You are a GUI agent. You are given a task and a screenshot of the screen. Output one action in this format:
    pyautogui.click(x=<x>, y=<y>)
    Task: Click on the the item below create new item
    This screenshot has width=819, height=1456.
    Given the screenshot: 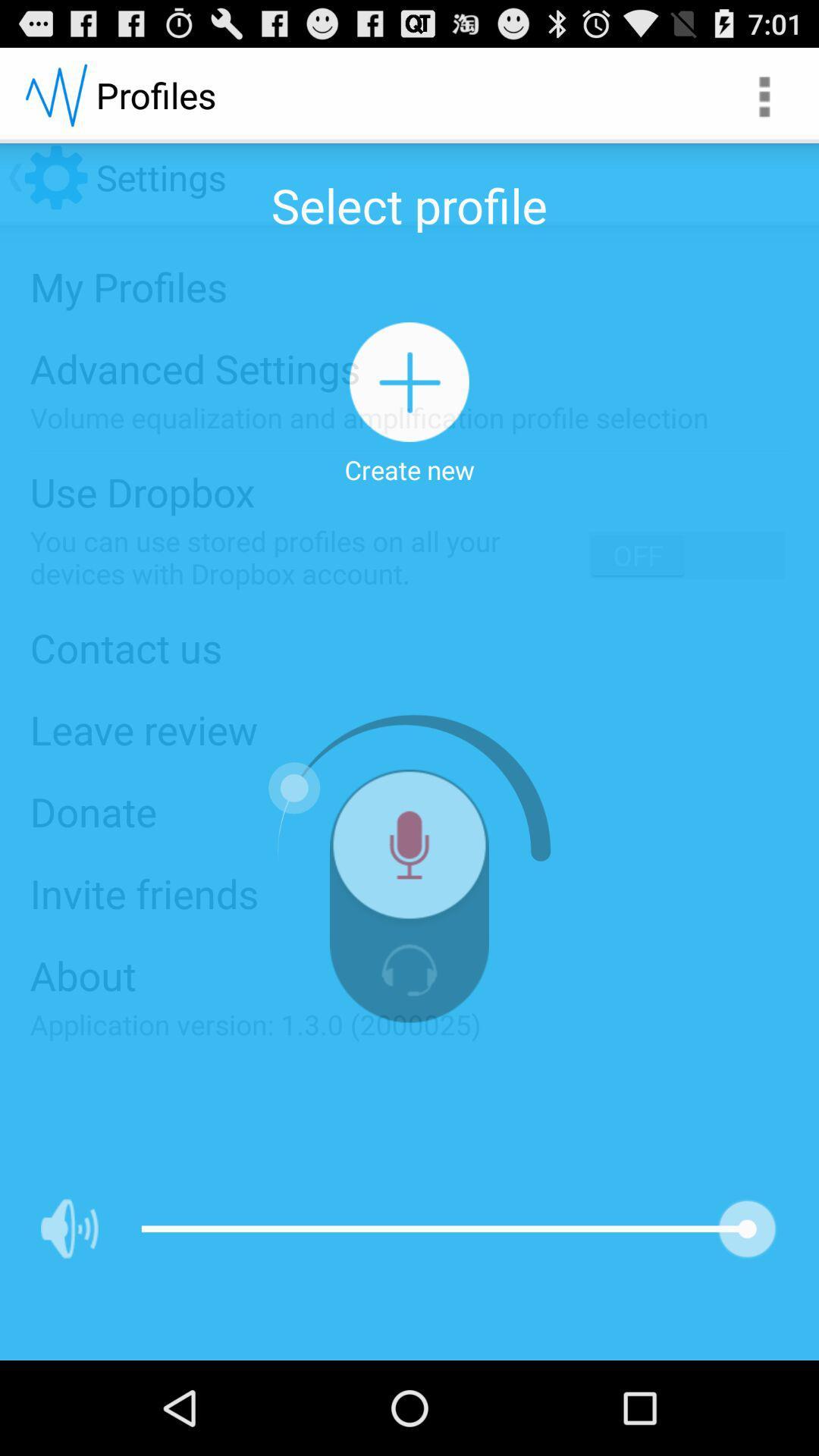 What is the action you would take?
    pyautogui.click(x=409, y=851)
    